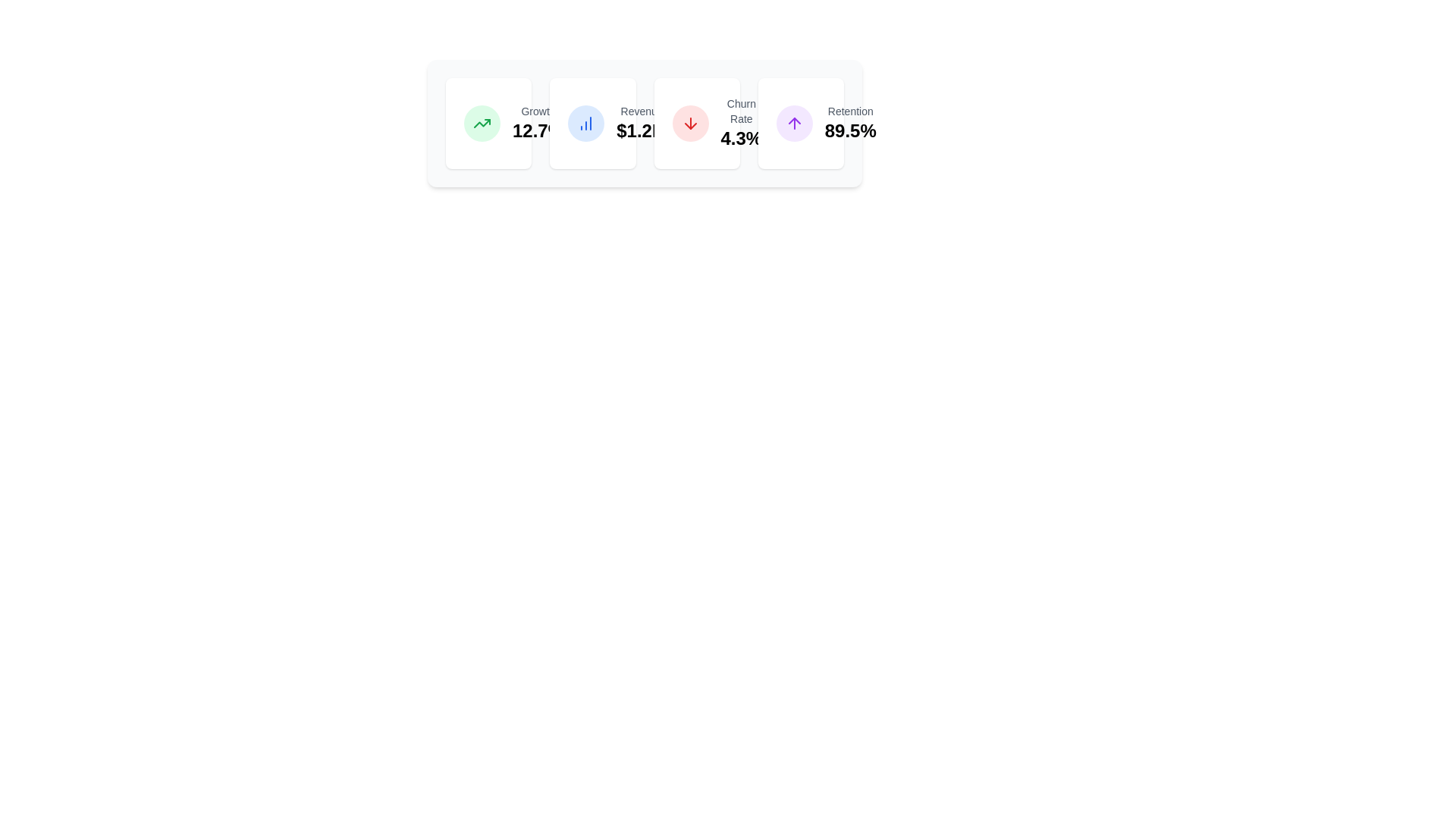  I want to click on the second card from the left that displays the revenue metric ($1.2M) in the UI, so click(645, 122).